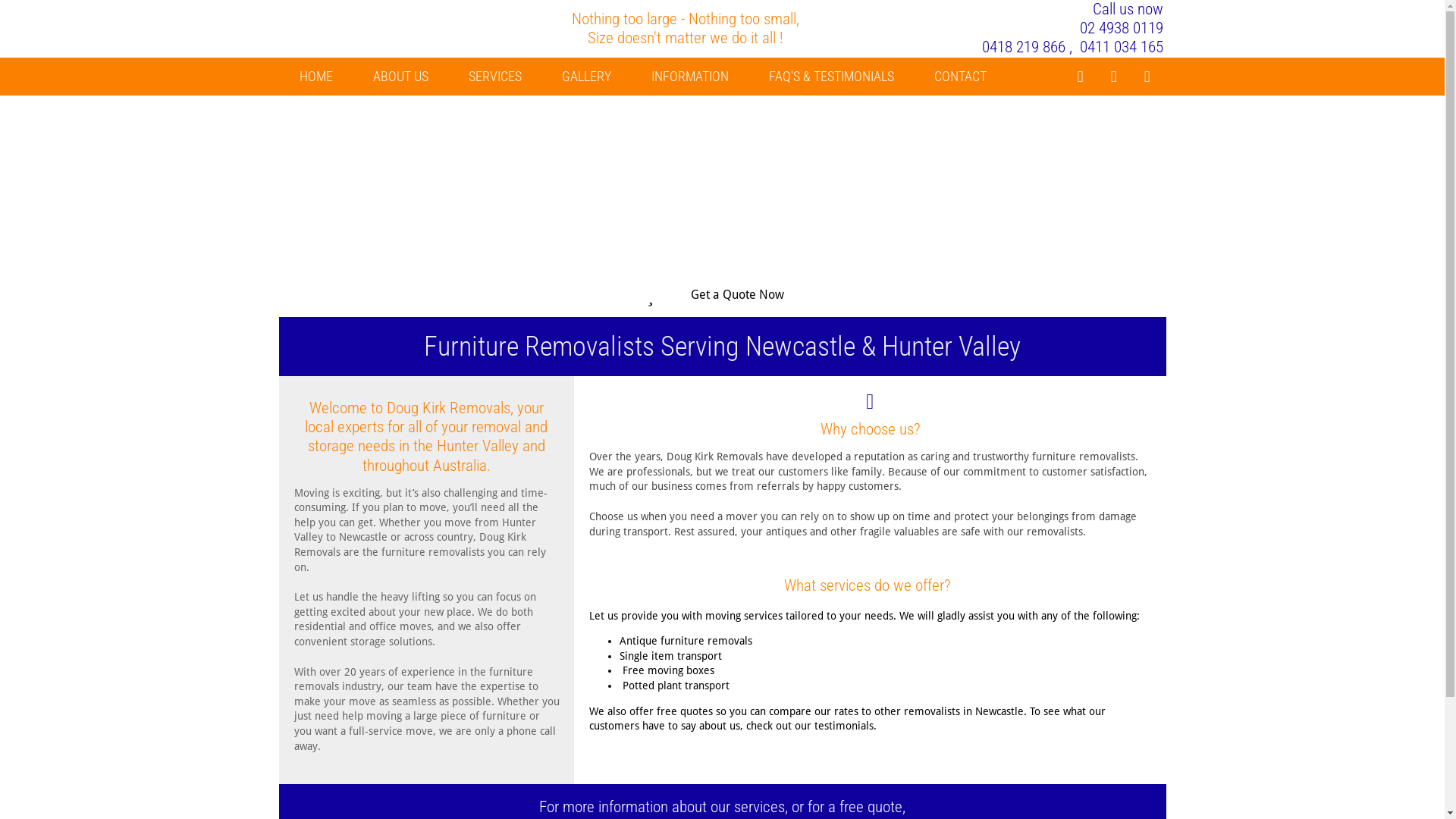  I want to click on 'SERVICES', so click(494, 76).